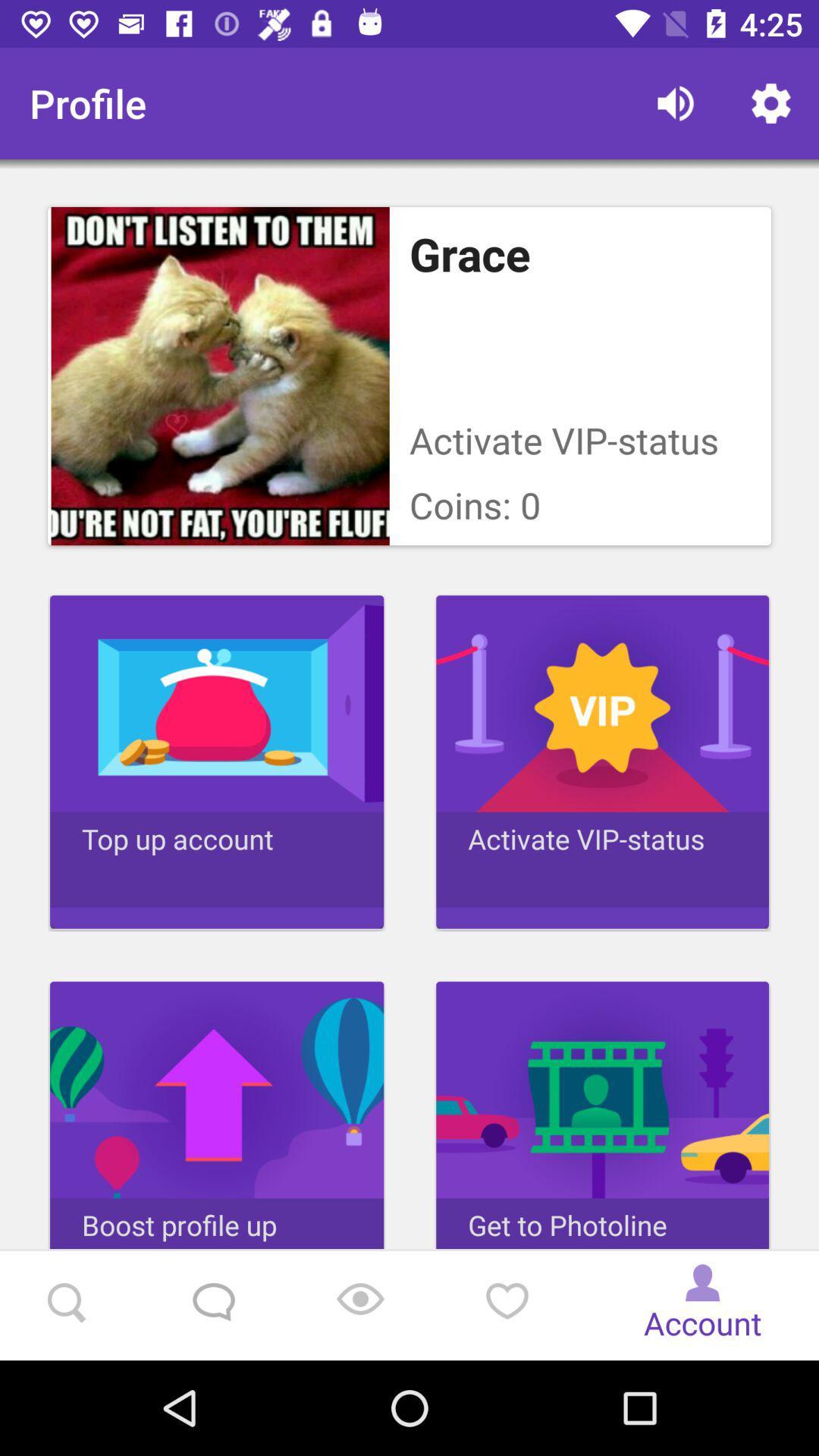 Image resolution: width=819 pixels, height=1456 pixels. What do you see at coordinates (360, 1305) in the screenshot?
I see `the location_crosshair icon` at bounding box center [360, 1305].